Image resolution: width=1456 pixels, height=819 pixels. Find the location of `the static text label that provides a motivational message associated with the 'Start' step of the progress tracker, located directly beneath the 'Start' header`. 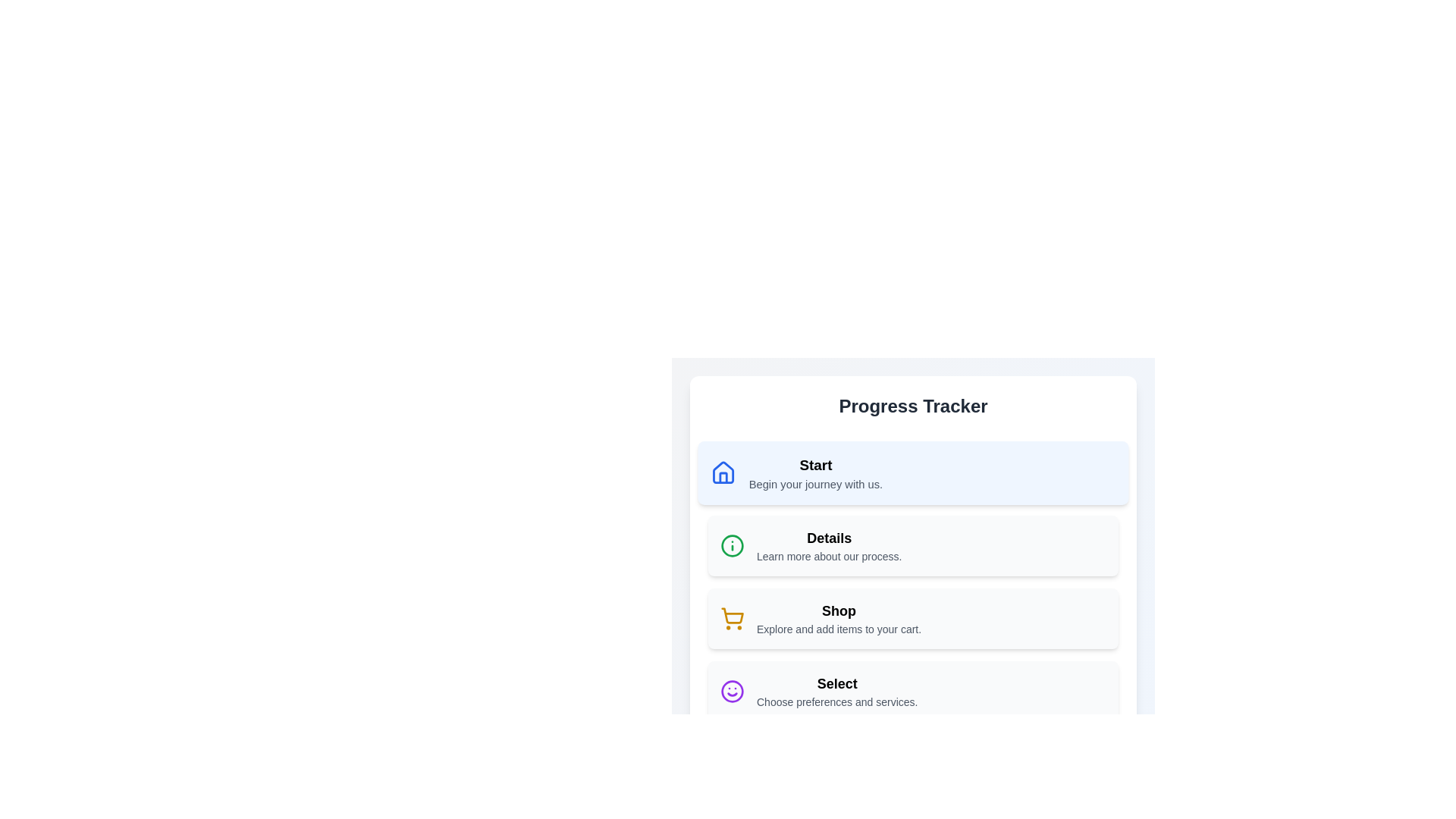

the static text label that provides a motivational message associated with the 'Start' step of the progress tracker, located directly beneath the 'Start' header is located at coordinates (814, 484).